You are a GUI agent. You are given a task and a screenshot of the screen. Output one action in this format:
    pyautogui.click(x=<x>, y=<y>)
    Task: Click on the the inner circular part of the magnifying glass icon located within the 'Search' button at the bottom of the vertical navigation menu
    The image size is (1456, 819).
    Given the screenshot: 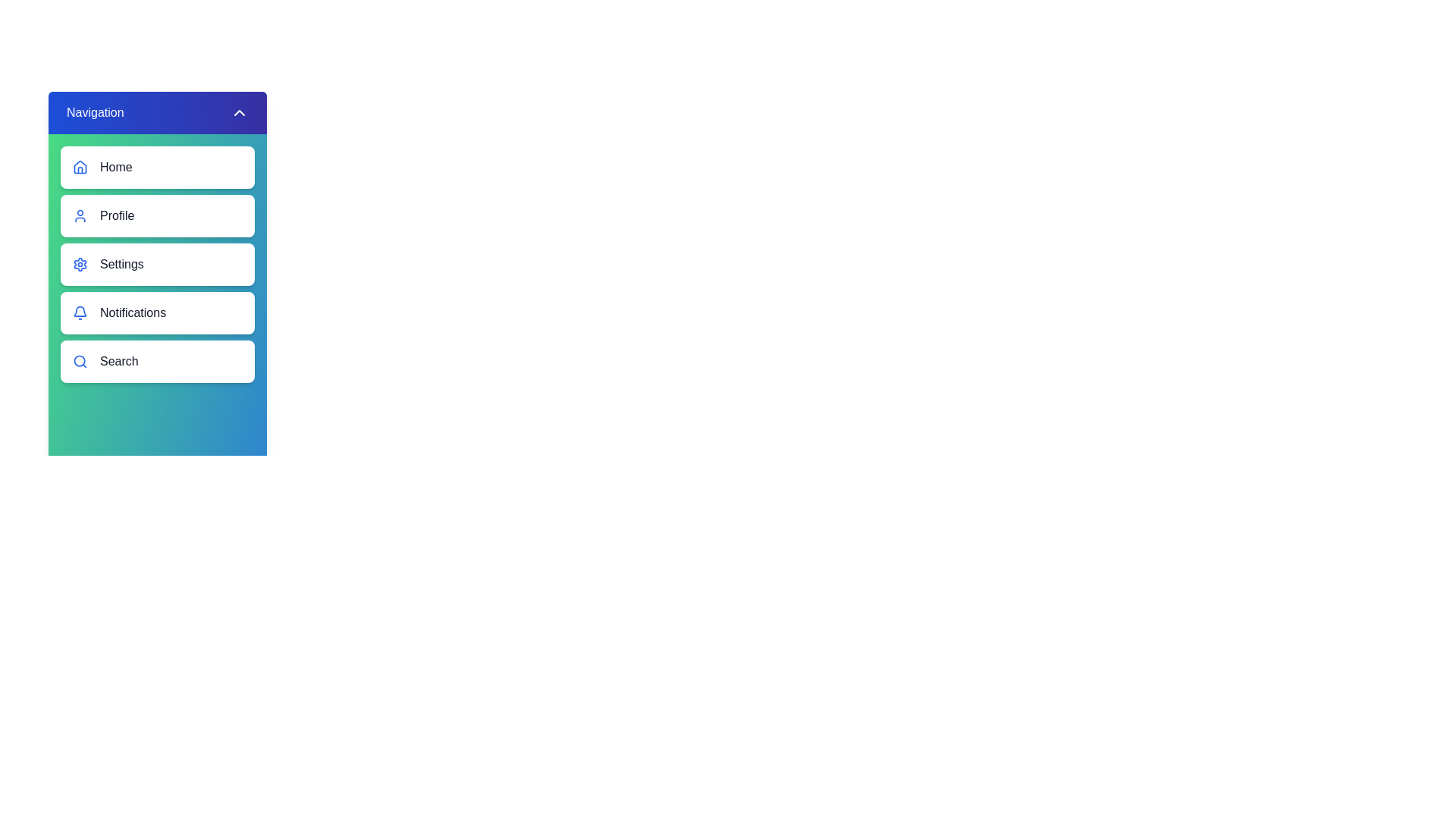 What is the action you would take?
    pyautogui.click(x=79, y=361)
    